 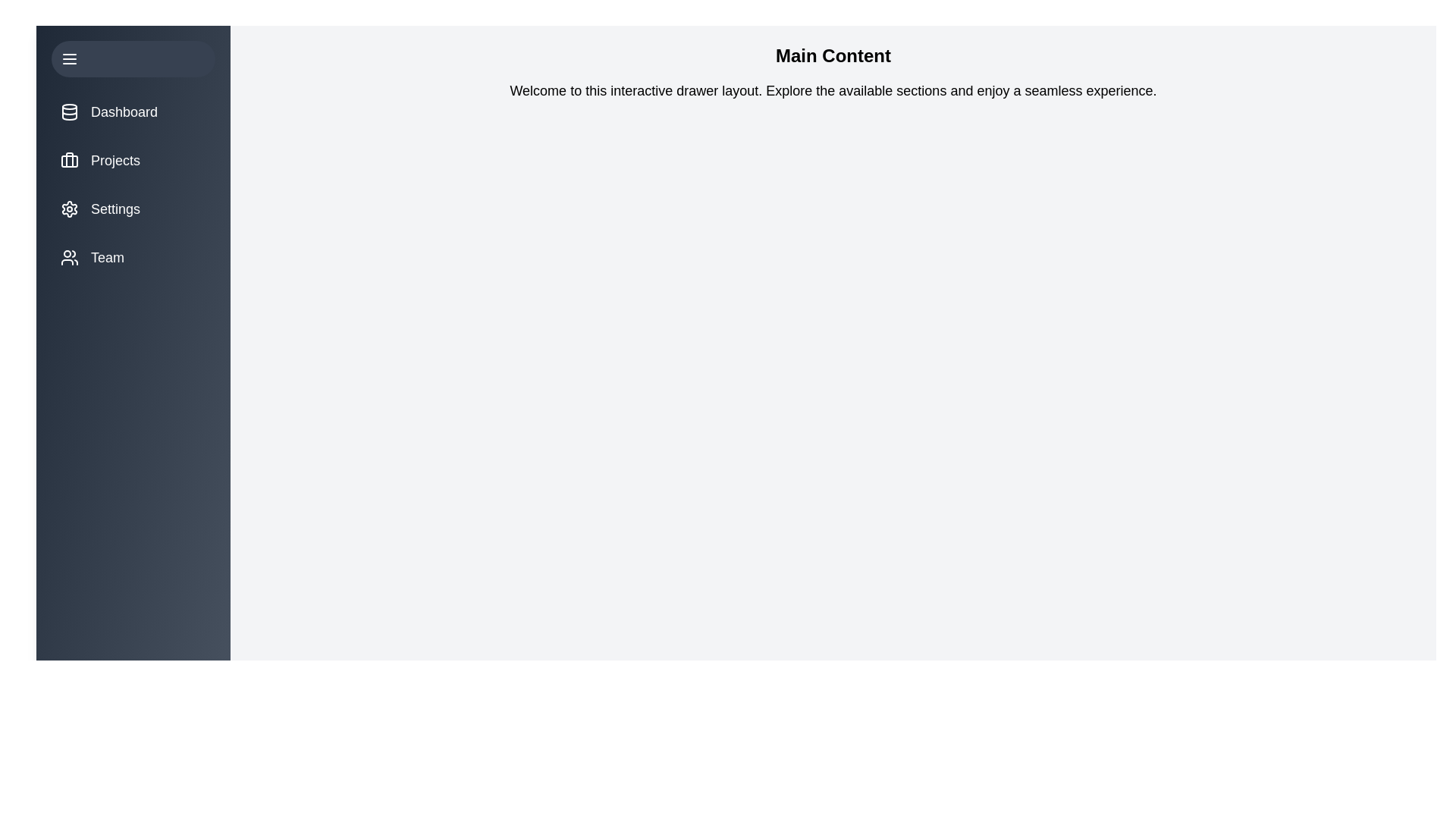 What do you see at coordinates (133, 161) in the screenshot?
I see `the menu item Projects from the drawer` at bounding box center [133, 161].